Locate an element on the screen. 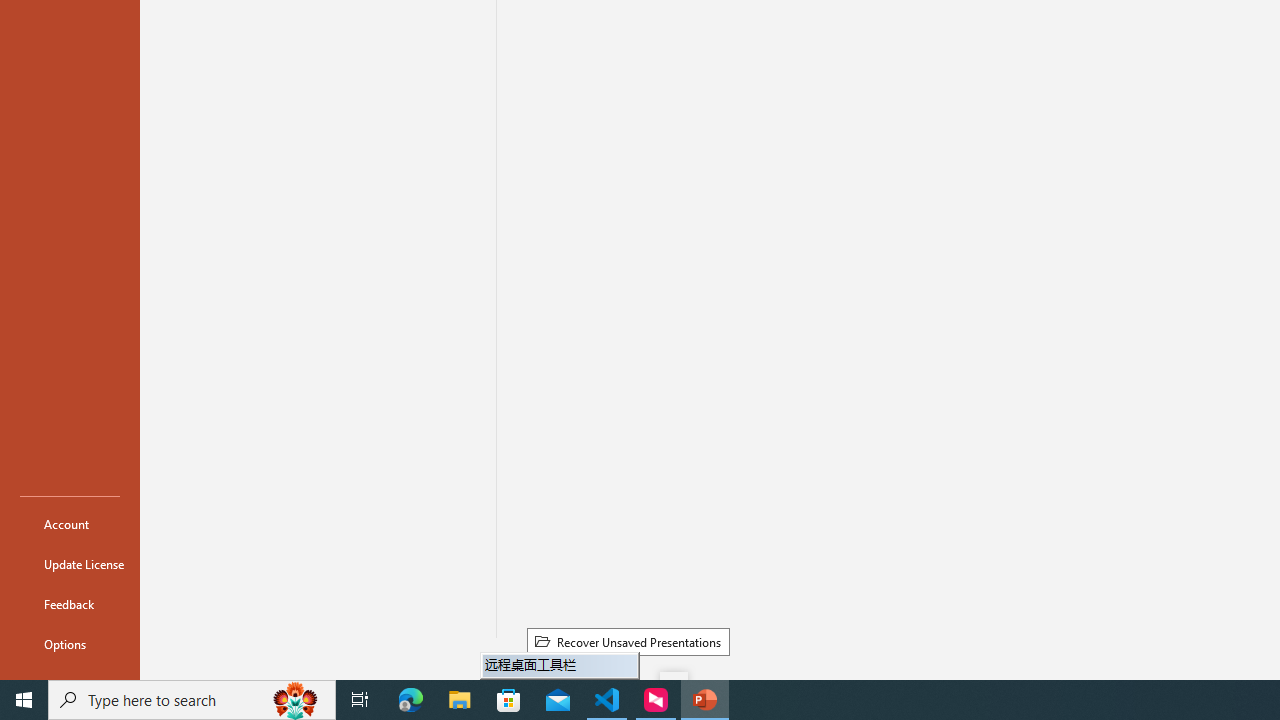 This screenshot has height=720, width=1280. 'Recover Unsaved Presentations' is located at coordinates (627, 641).